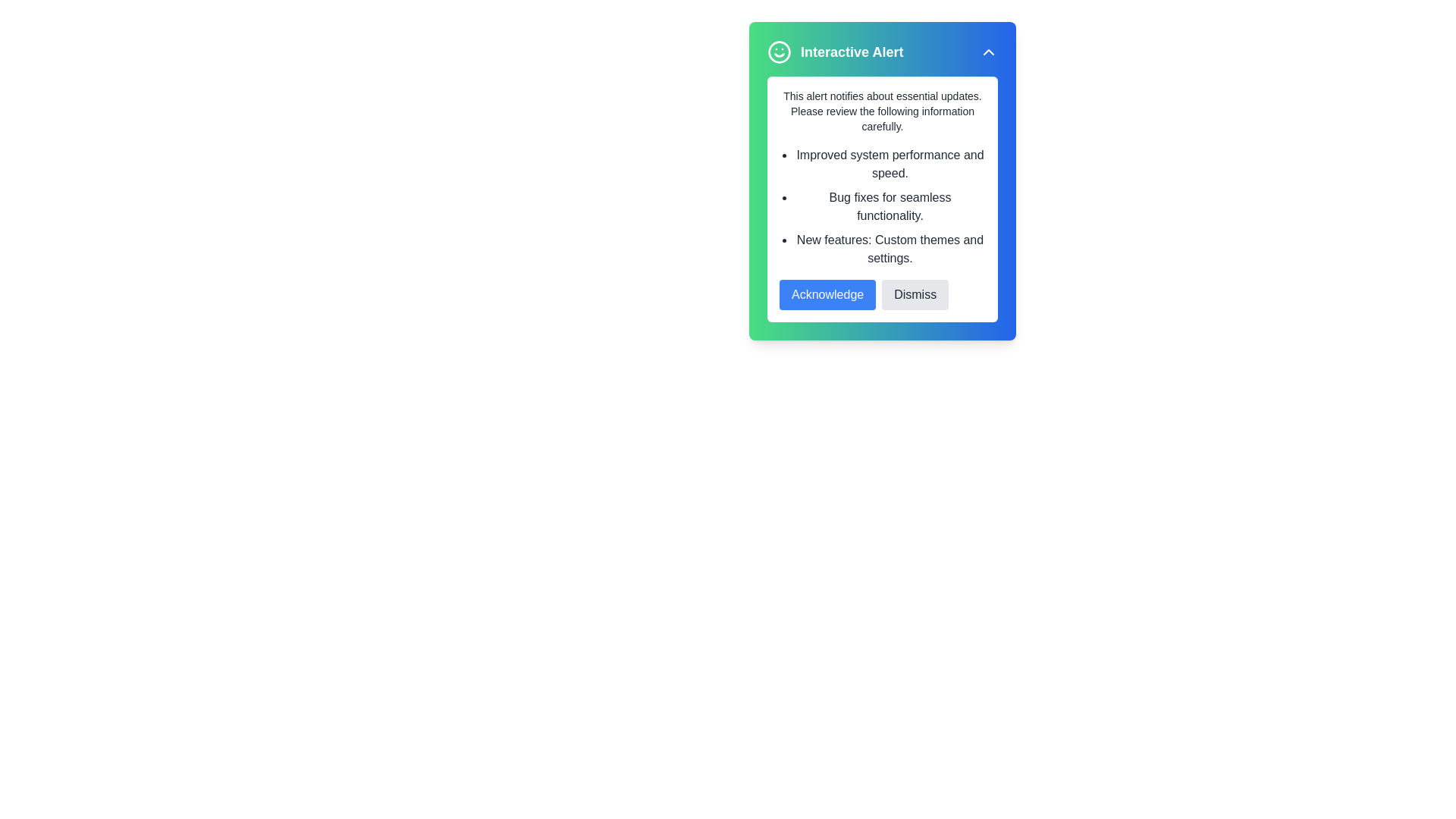 The width and height of the screenshot is (1456, 819). Describe the element at coordinates (915, 295) in the screenshot. I see `the interactive button labeled Dismiss` at that location.